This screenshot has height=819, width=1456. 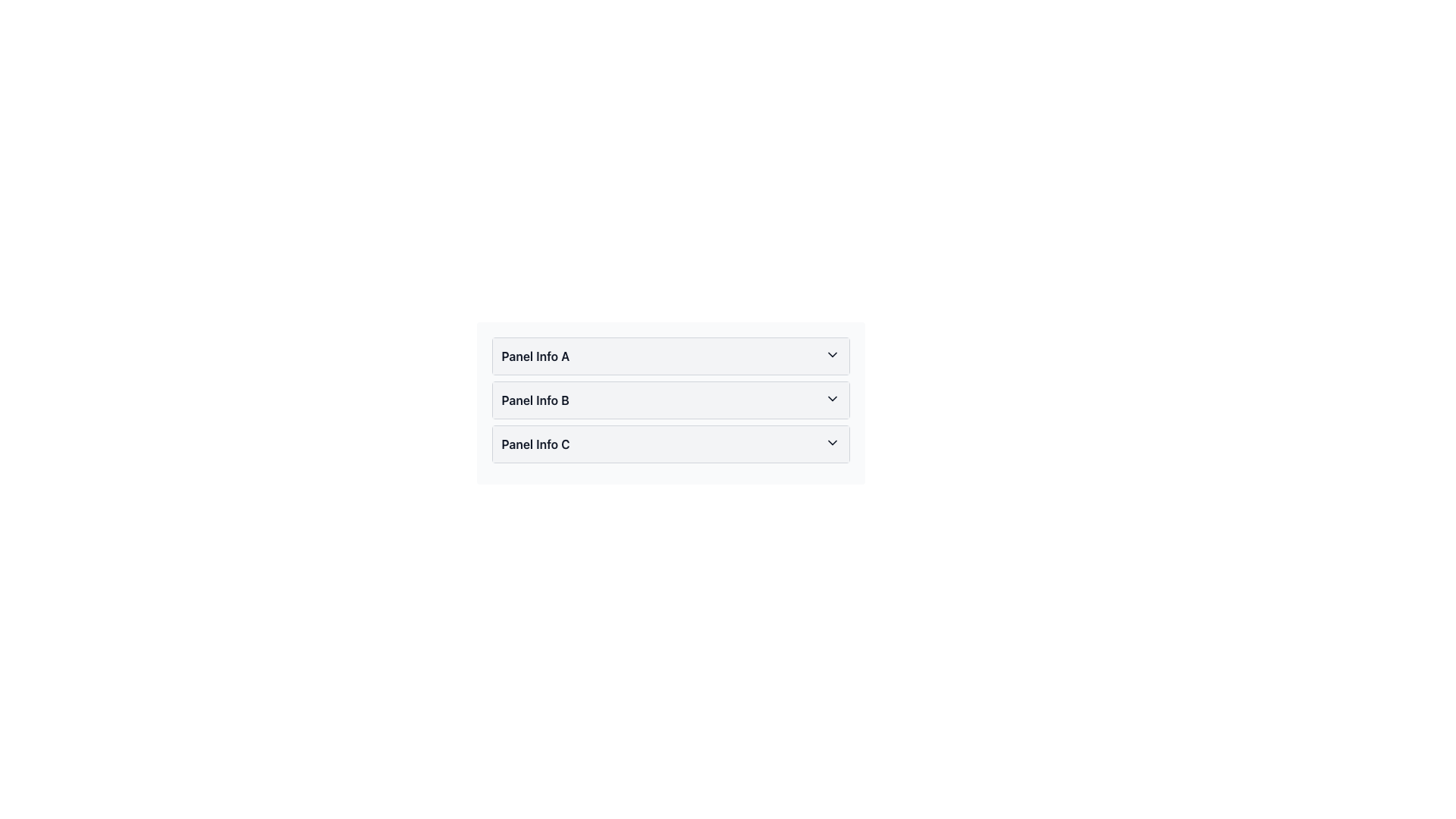 I want to click on the 'Panel Info B' collapsible panel, so click(x=670, y=403).